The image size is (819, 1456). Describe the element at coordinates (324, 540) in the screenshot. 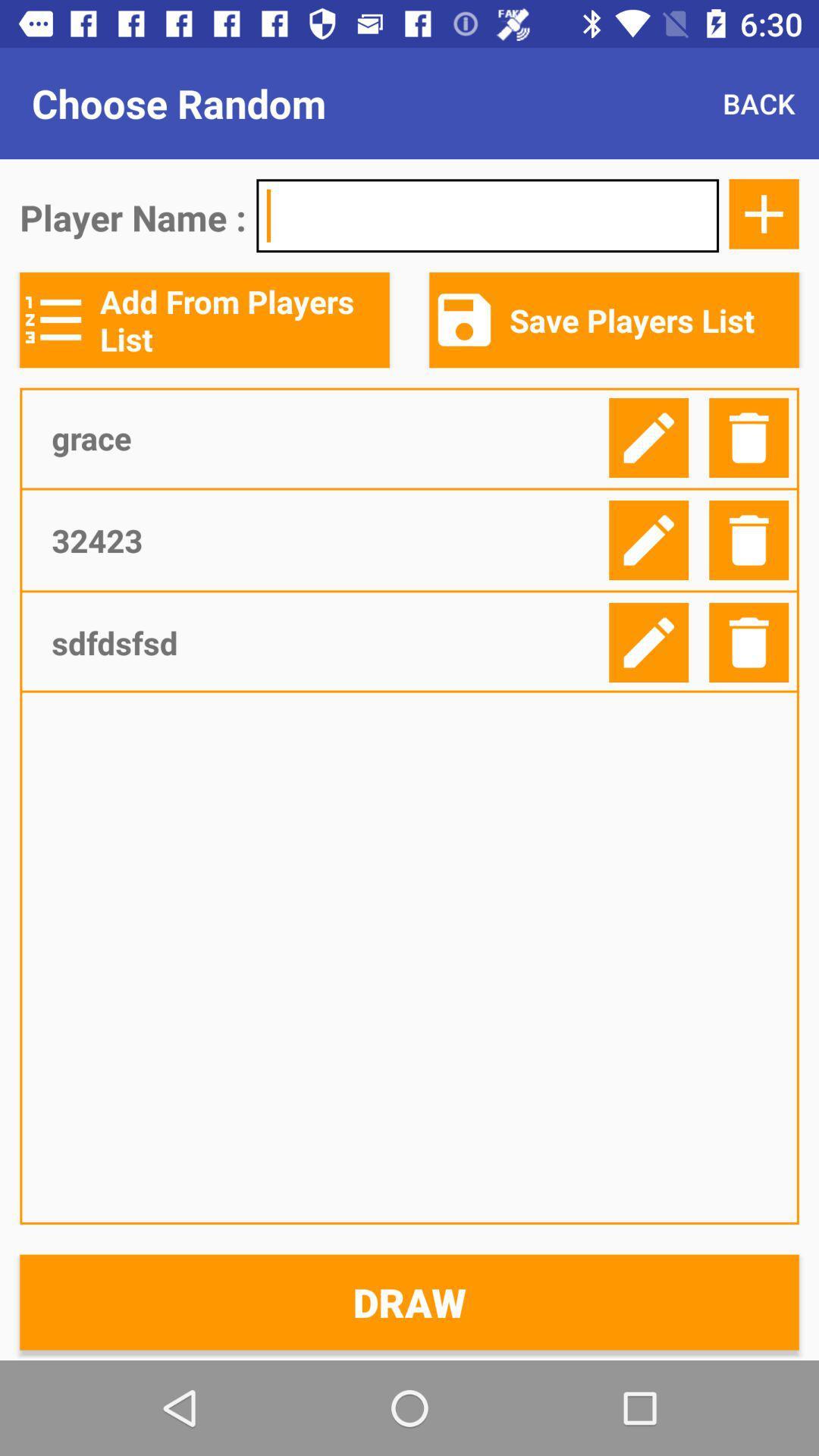

I see `32423 icon` at that location.